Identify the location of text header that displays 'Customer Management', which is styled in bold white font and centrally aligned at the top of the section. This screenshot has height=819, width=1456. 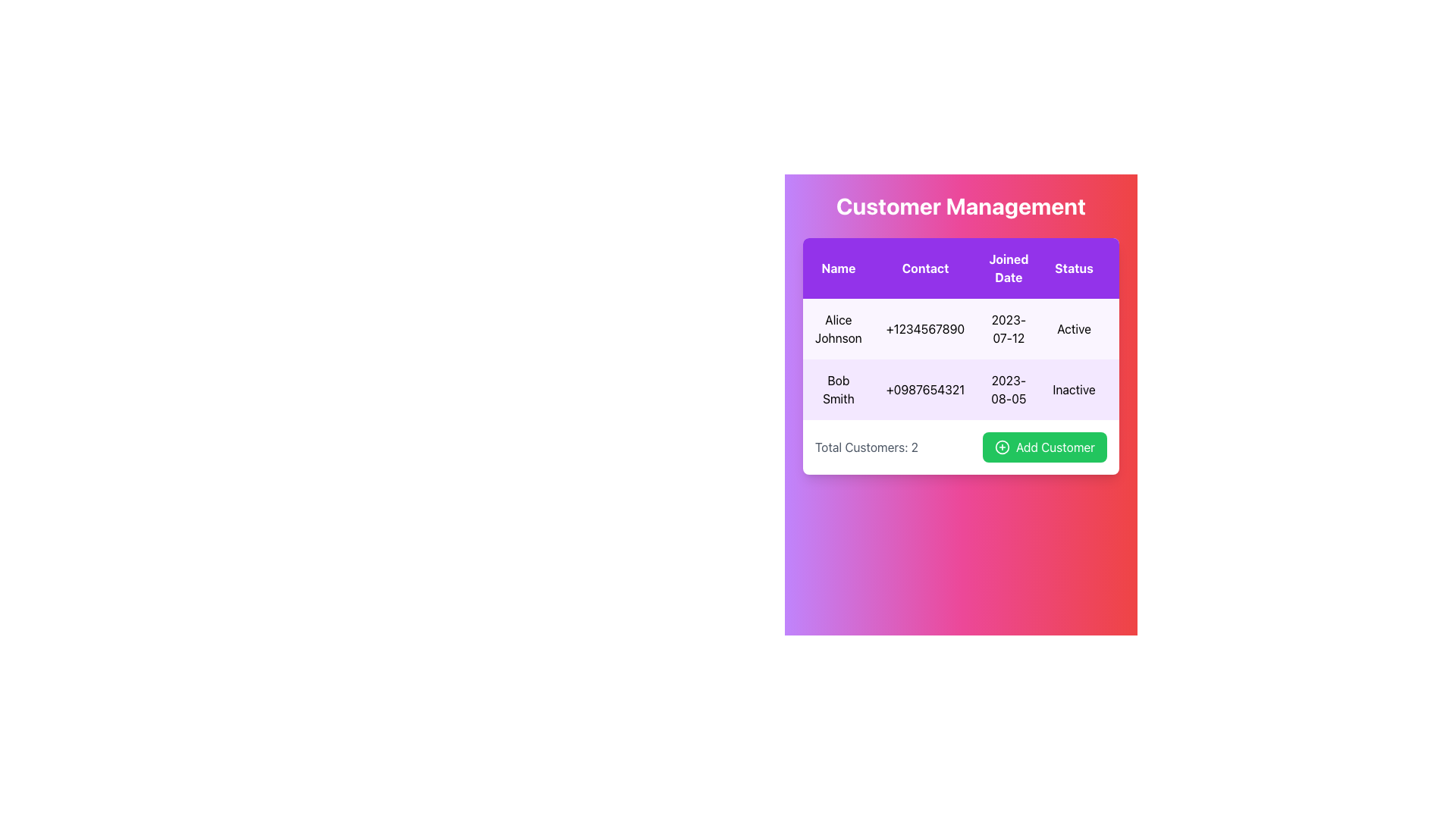
(960, 206).